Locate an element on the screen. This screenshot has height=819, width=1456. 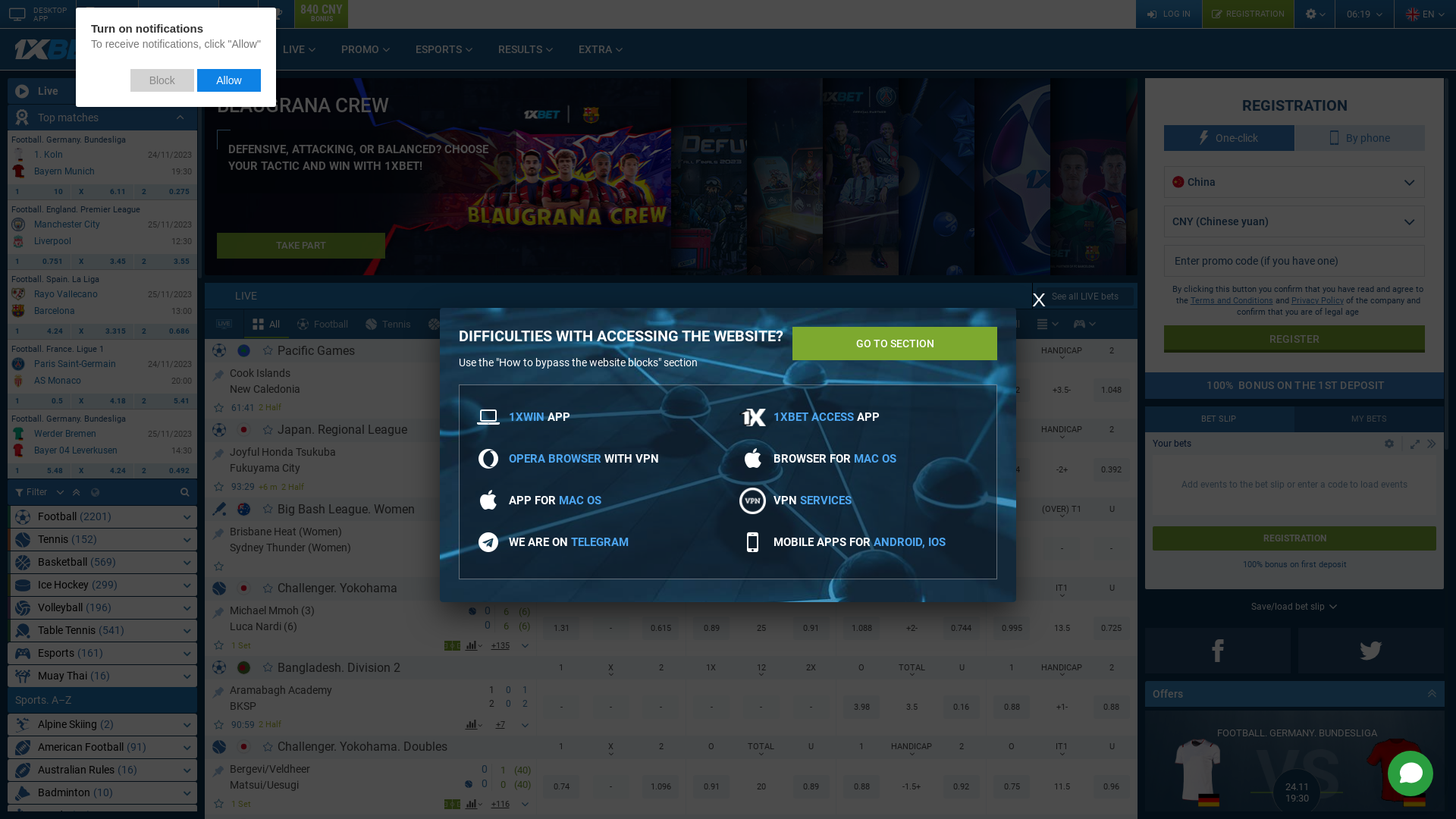
'EXTRA' is located at coordinates (566, 49).